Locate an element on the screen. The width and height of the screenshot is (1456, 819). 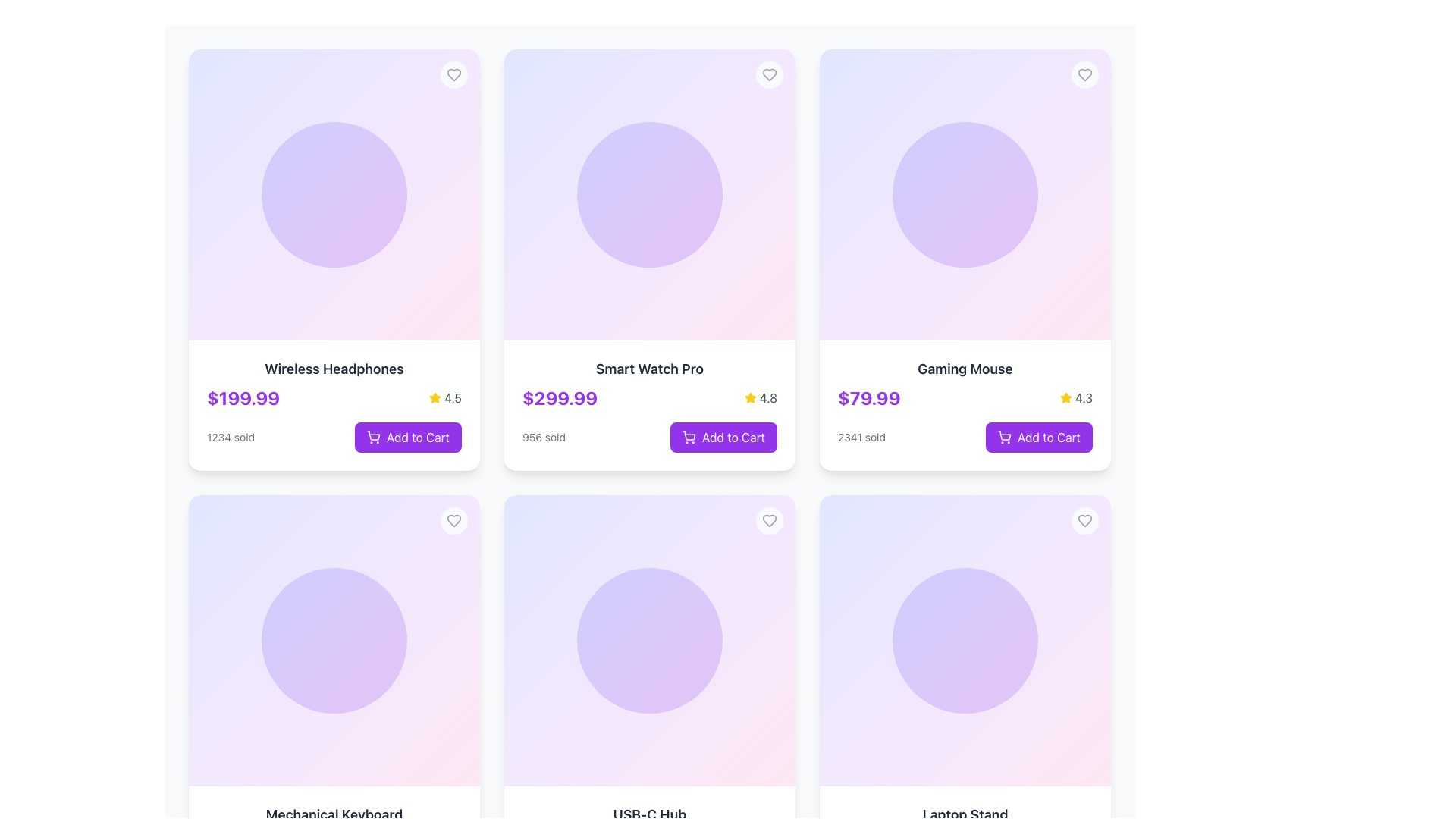
the informational display that shows the product price and user rating for the 'Gaming Mouse', positioned above the 'Add to Cart' button is located at coordinates (964, 397).